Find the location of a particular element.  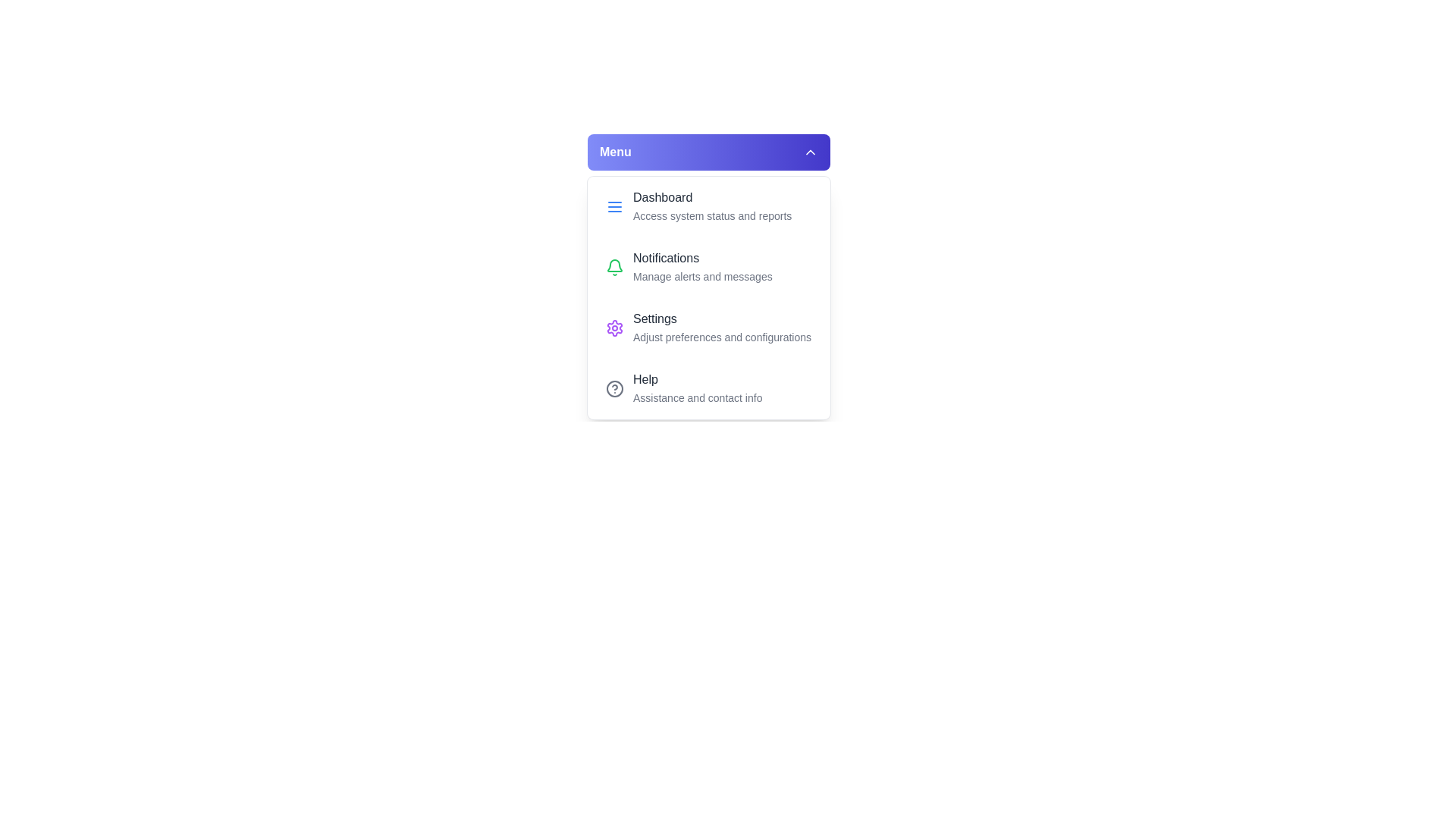

the circular vector graphic that is part of the help icon in the bottom row of the vertical menu is located at coordinates (615, 388).